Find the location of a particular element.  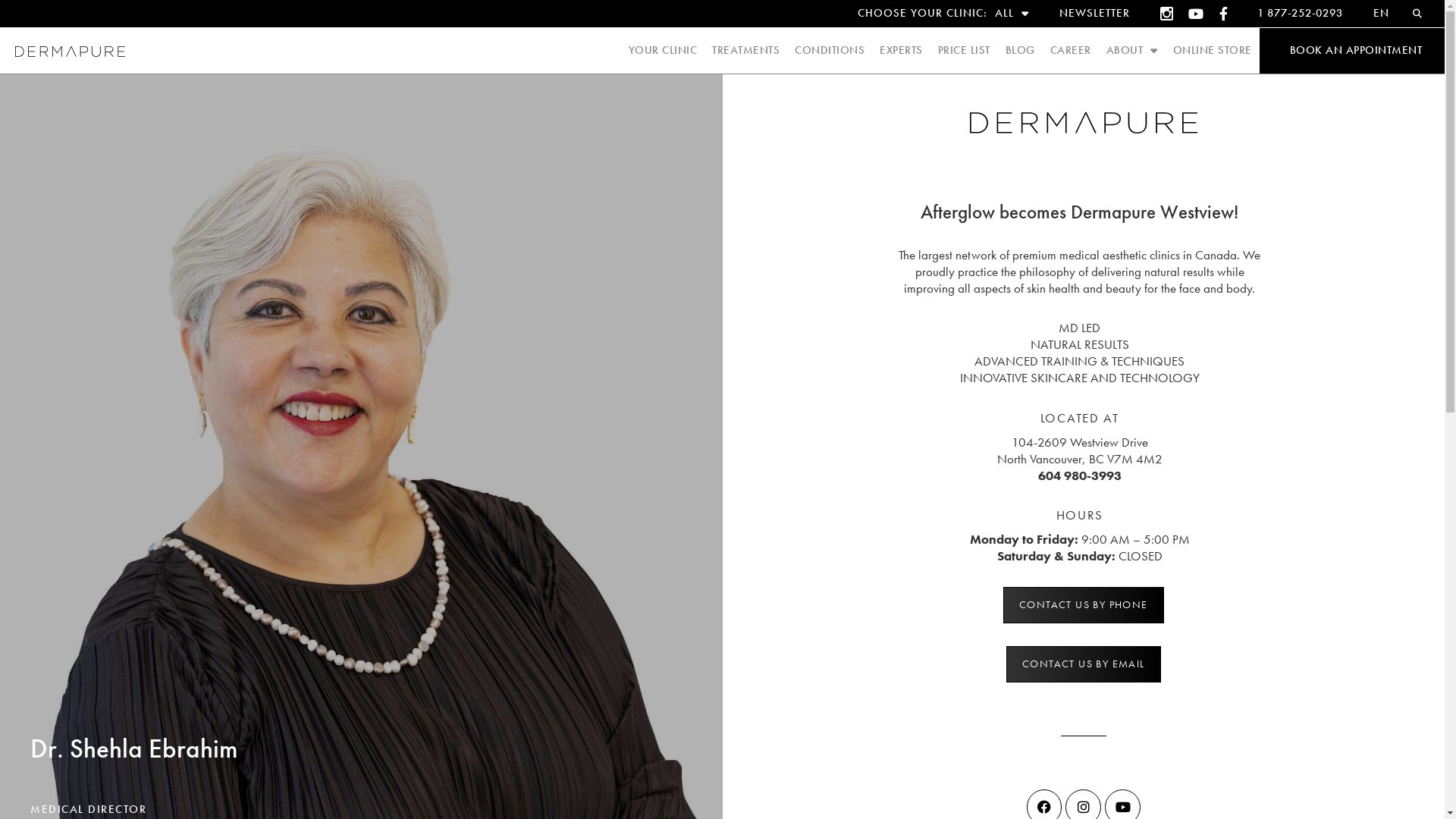

'CONDITIONS' is located at coordinates (829, 49).